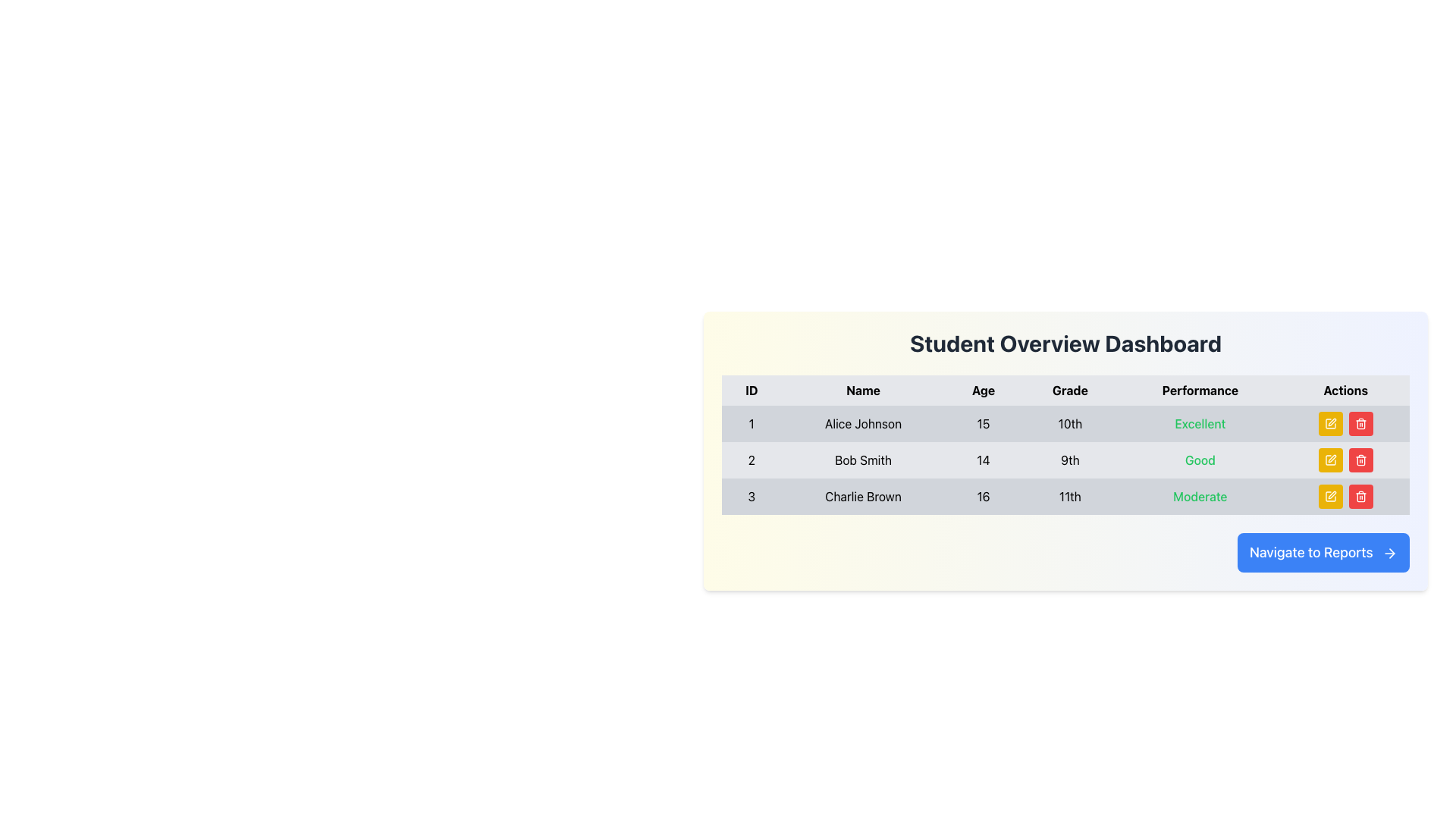 The width and height of the screenshot is (1456, 819). Describe the element at coordinates (1069, 497) in the screenshot. I see `the text '11th' which is rendered in black font on a light gray background, located in the grade column of the third row in the student details table` at that location.